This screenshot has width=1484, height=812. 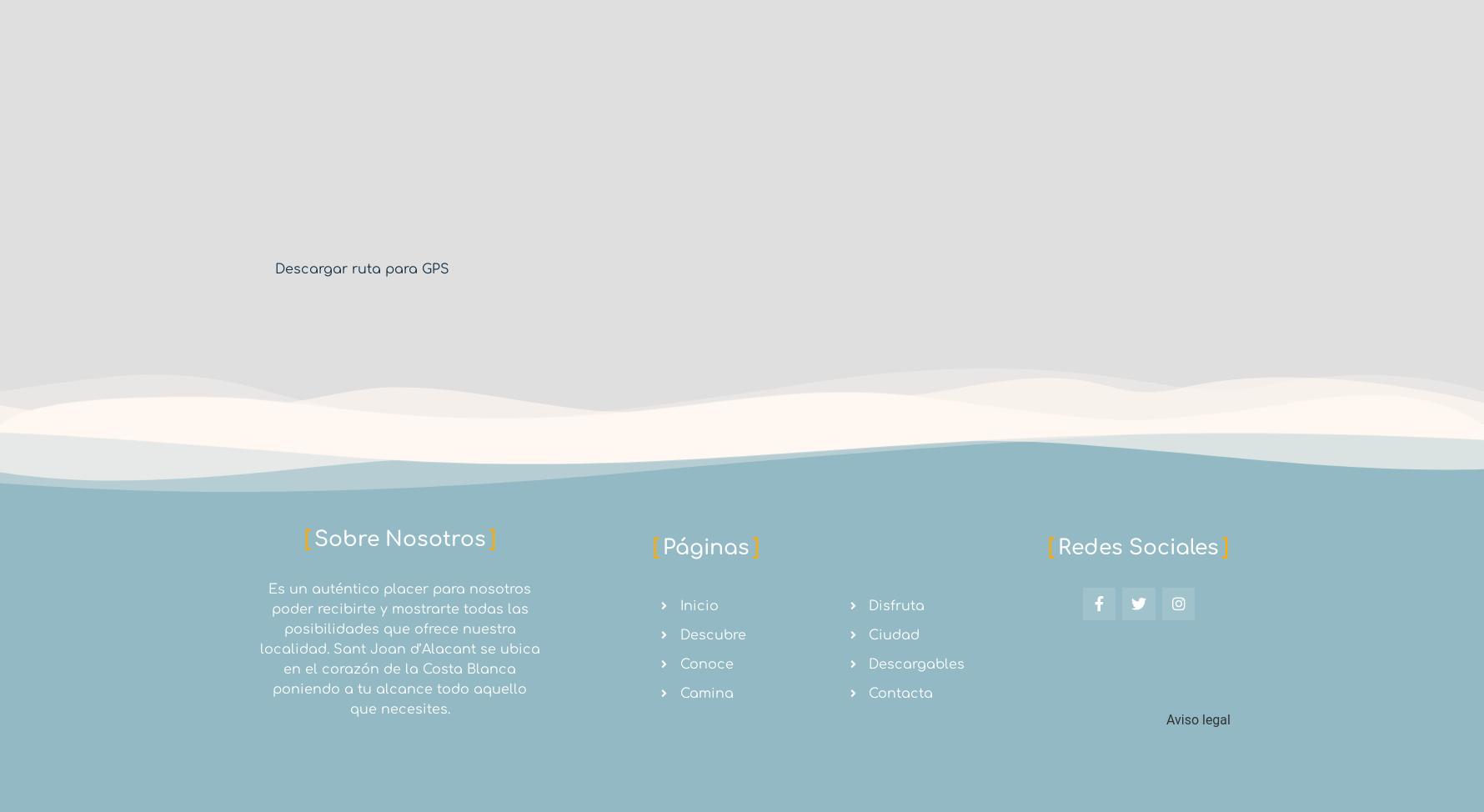 What do you see at coordinates (1138, 546) in the screenshot?
I see `'Redes Sociales'` at bounding box center [1138, 546].